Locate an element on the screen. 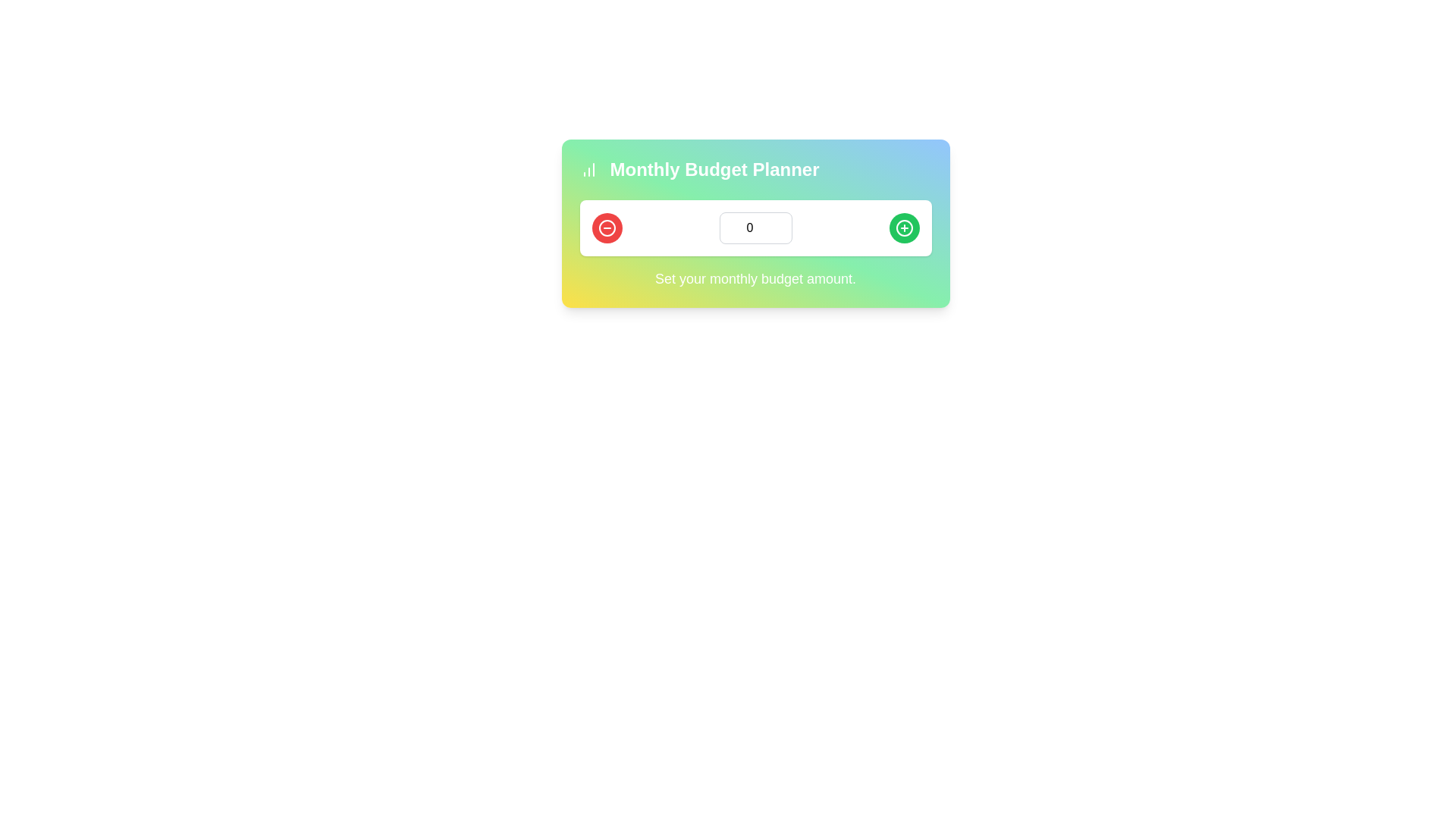  the increment button located at the far-right of the horizontal control bar in the 'Monthly Budget Planner' section to increase the value displayed in the numeric input field is located at coordinates (904, 227).